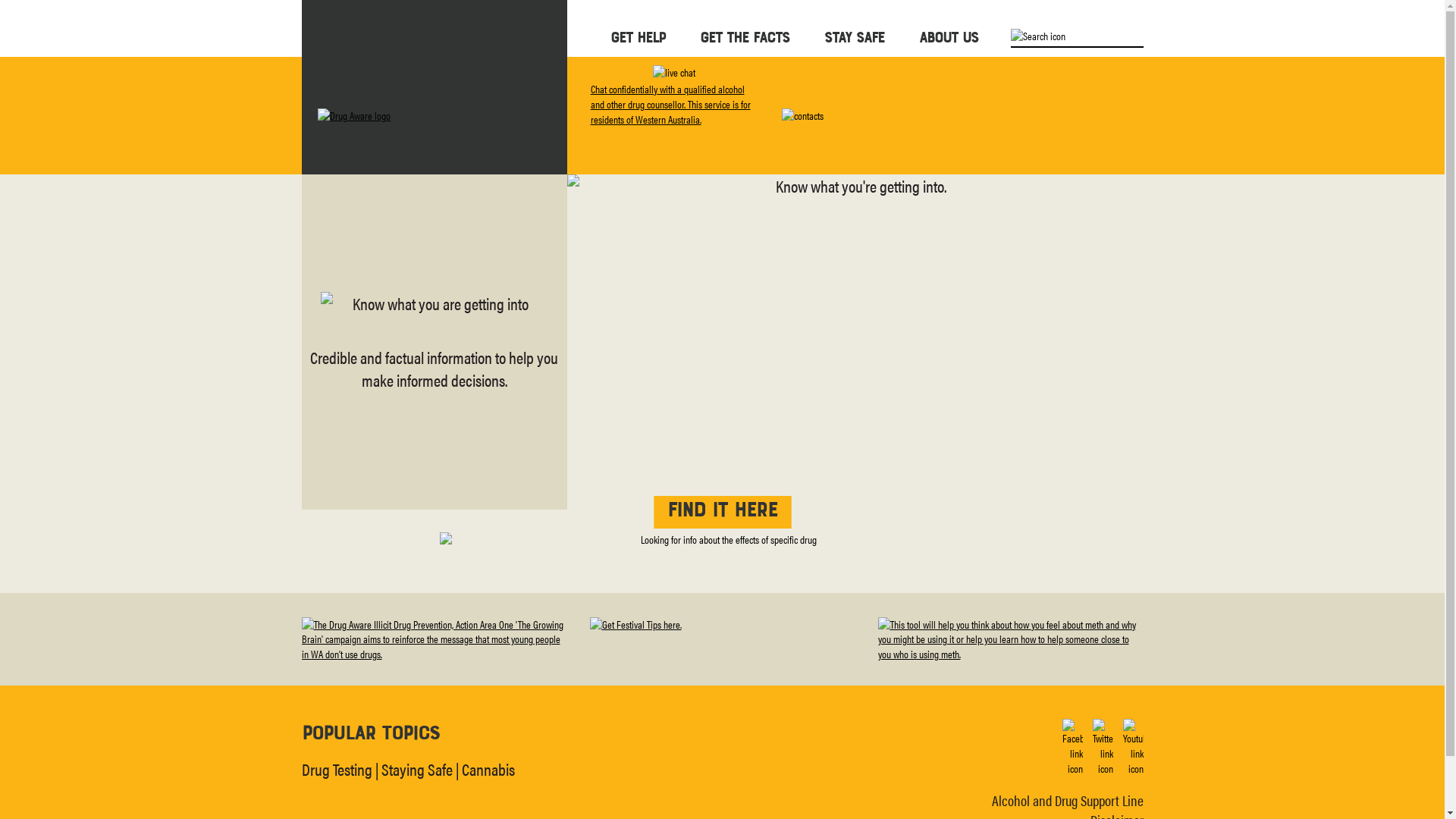 The image size is (1456, 819). I want to click on 'Alcohol and Drug Support Line', so click(1066, 799).